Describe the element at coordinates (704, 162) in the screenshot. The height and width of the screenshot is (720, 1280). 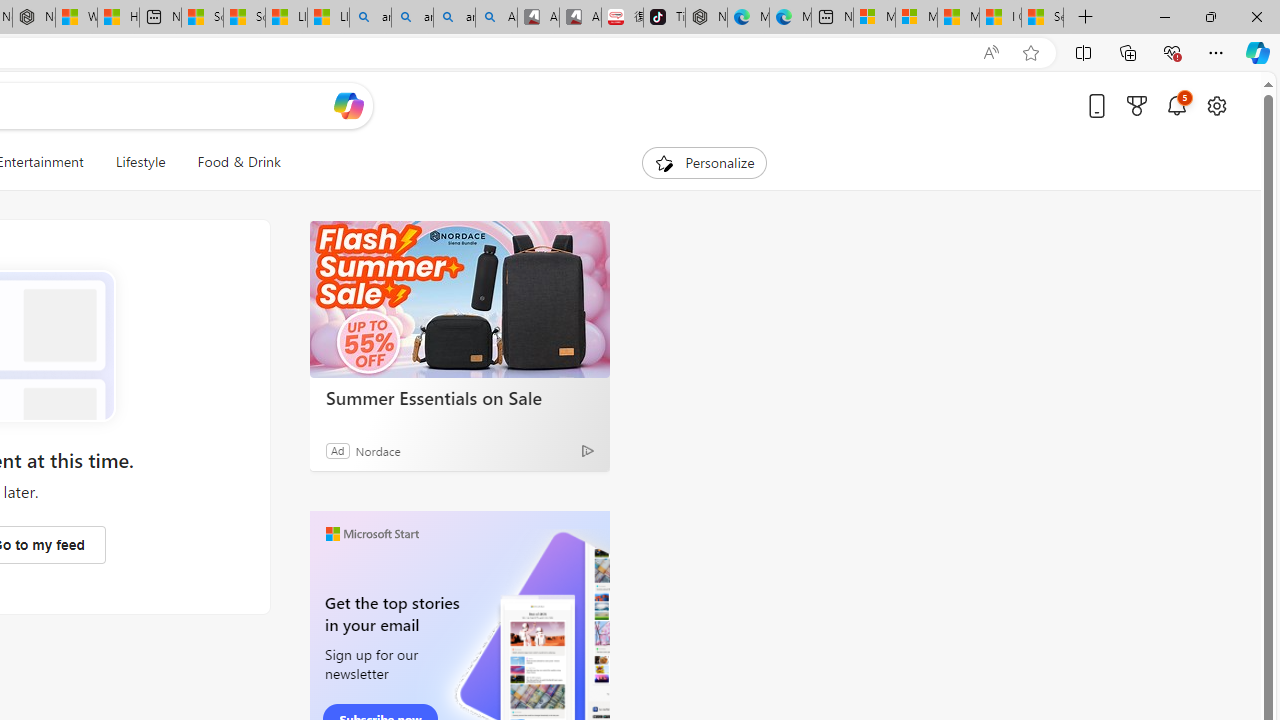
I see `'Personalize'` at that location.